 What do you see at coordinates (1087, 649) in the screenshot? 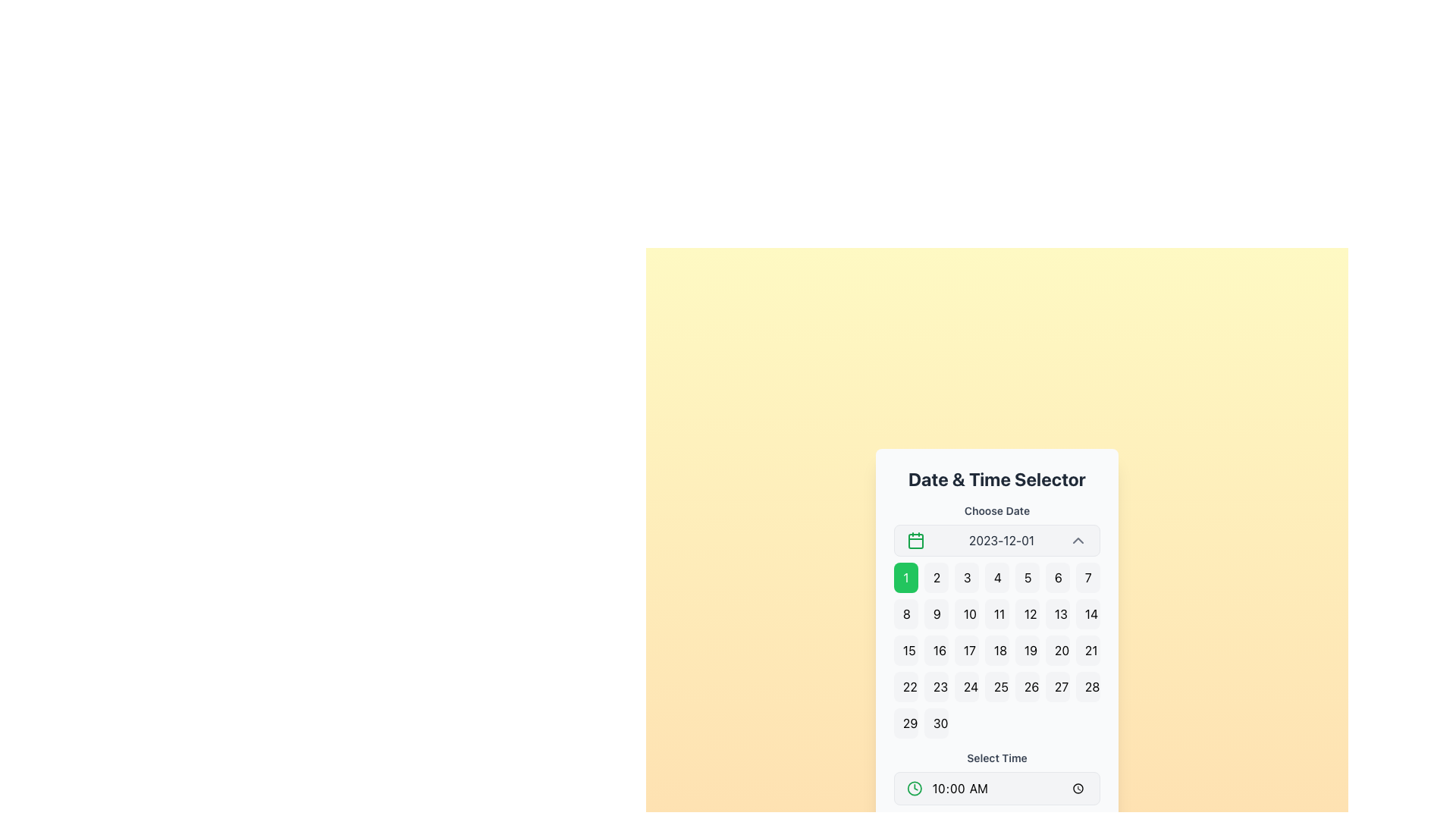
I see `the button labeled '21' with a light gray background located in the third row and seventh column of the date selector grid` at bounding box center [1087, 649].